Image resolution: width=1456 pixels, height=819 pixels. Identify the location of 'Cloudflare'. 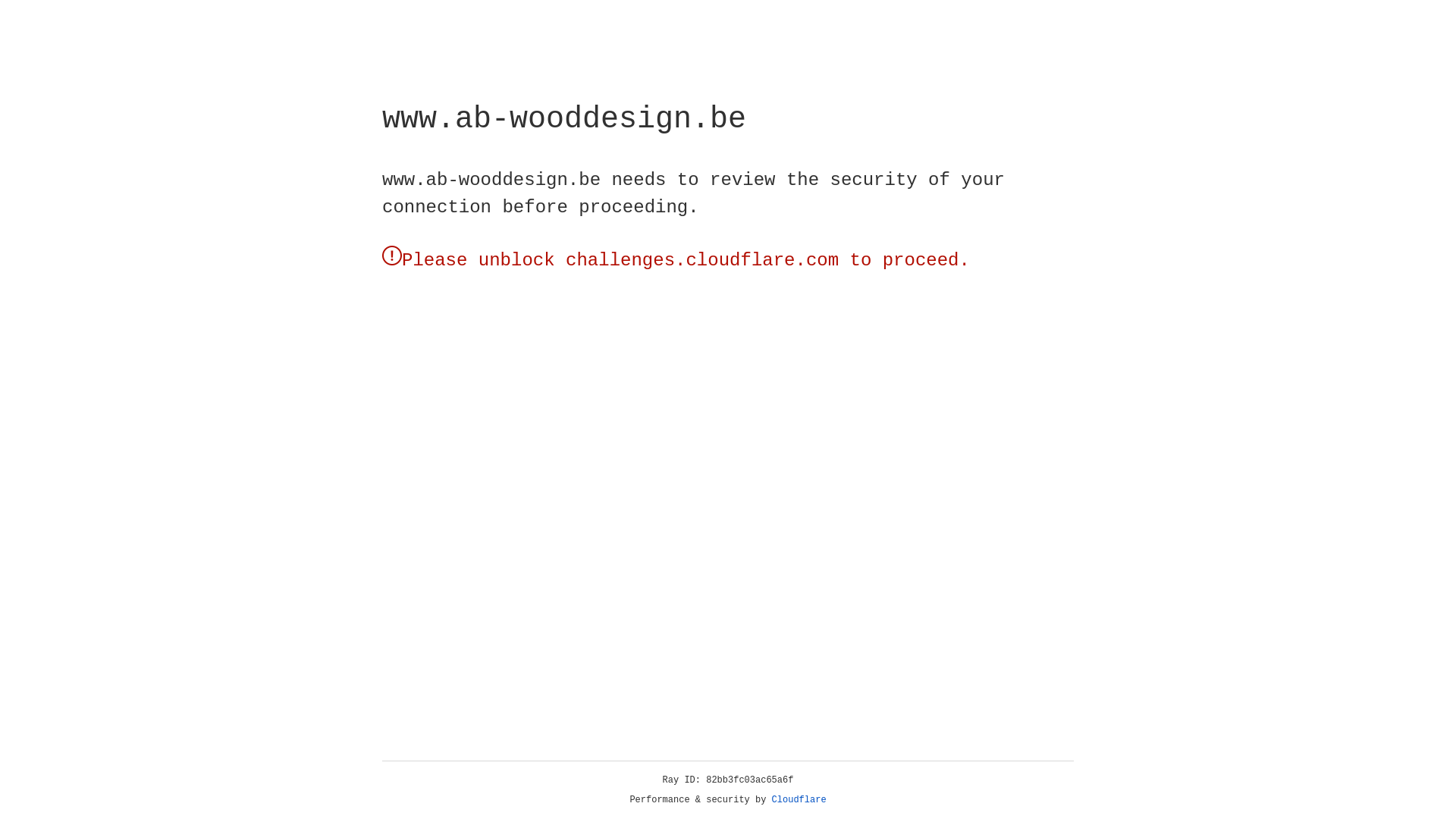
(799, 799).